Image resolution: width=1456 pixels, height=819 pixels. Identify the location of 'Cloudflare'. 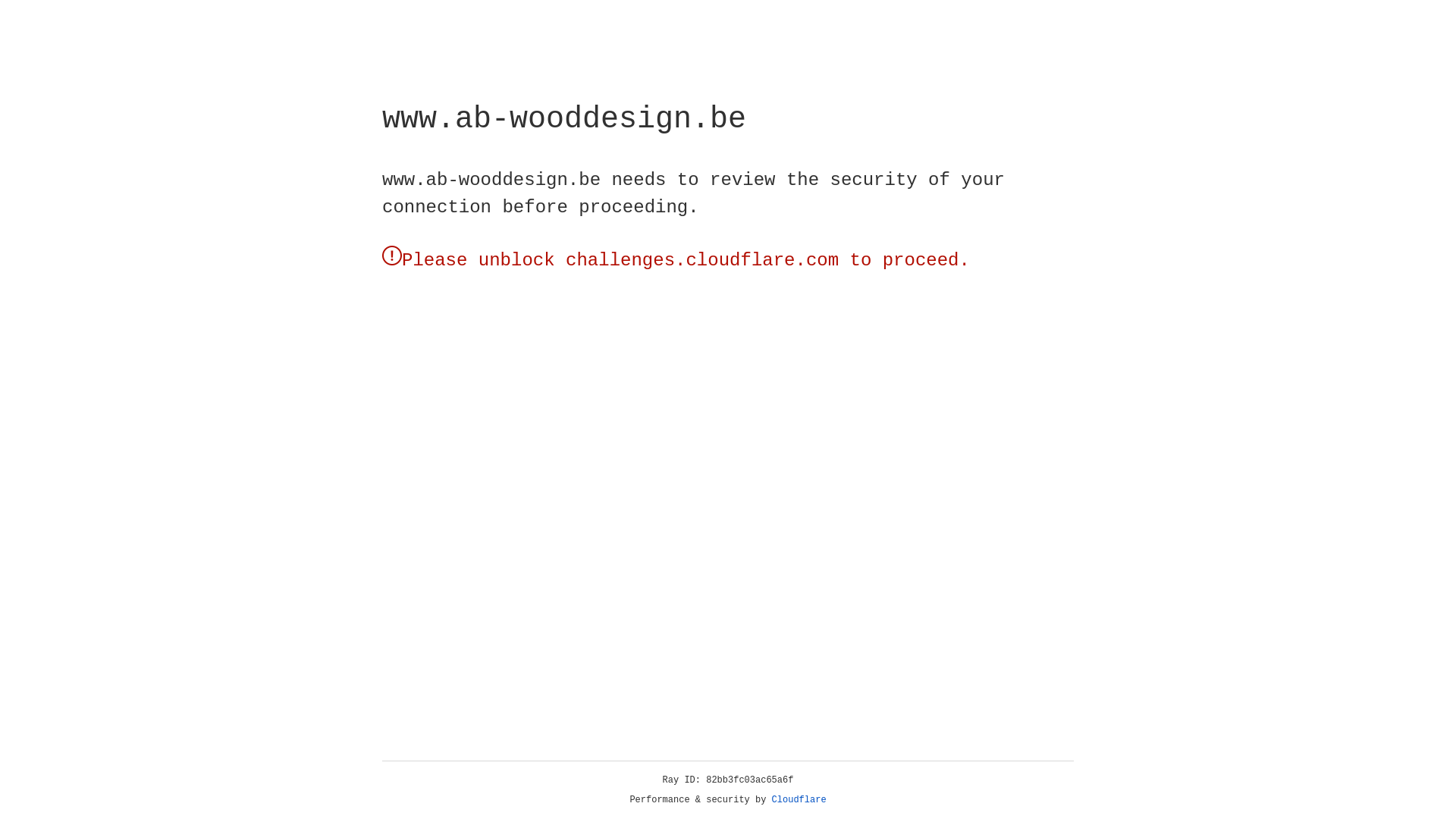
(799, 799).